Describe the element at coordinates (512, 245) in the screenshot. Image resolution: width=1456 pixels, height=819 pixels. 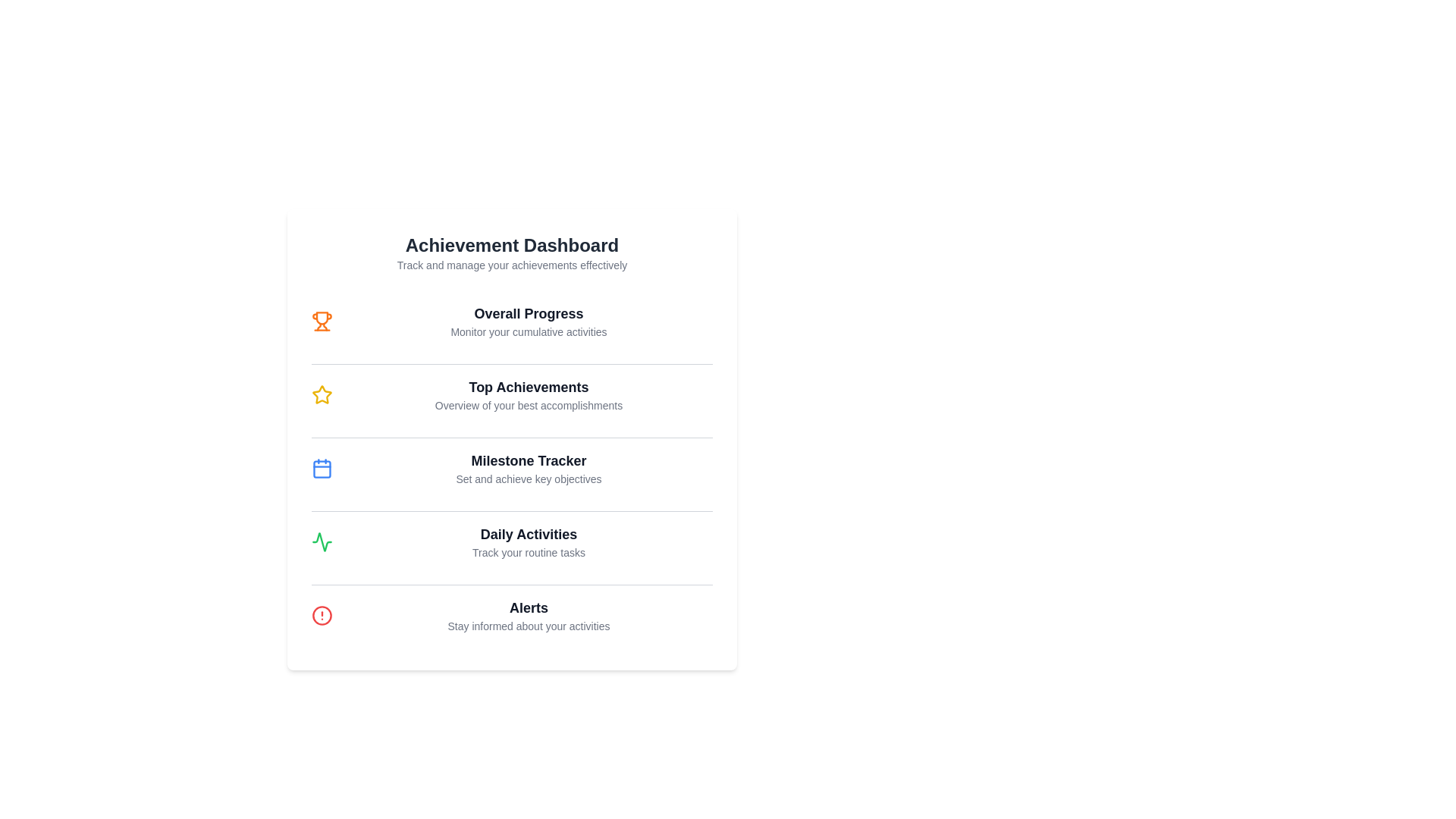
I see `the Text label that serves as the heading for the Achievement Dashboard section, located at the top of the layout` at that location.